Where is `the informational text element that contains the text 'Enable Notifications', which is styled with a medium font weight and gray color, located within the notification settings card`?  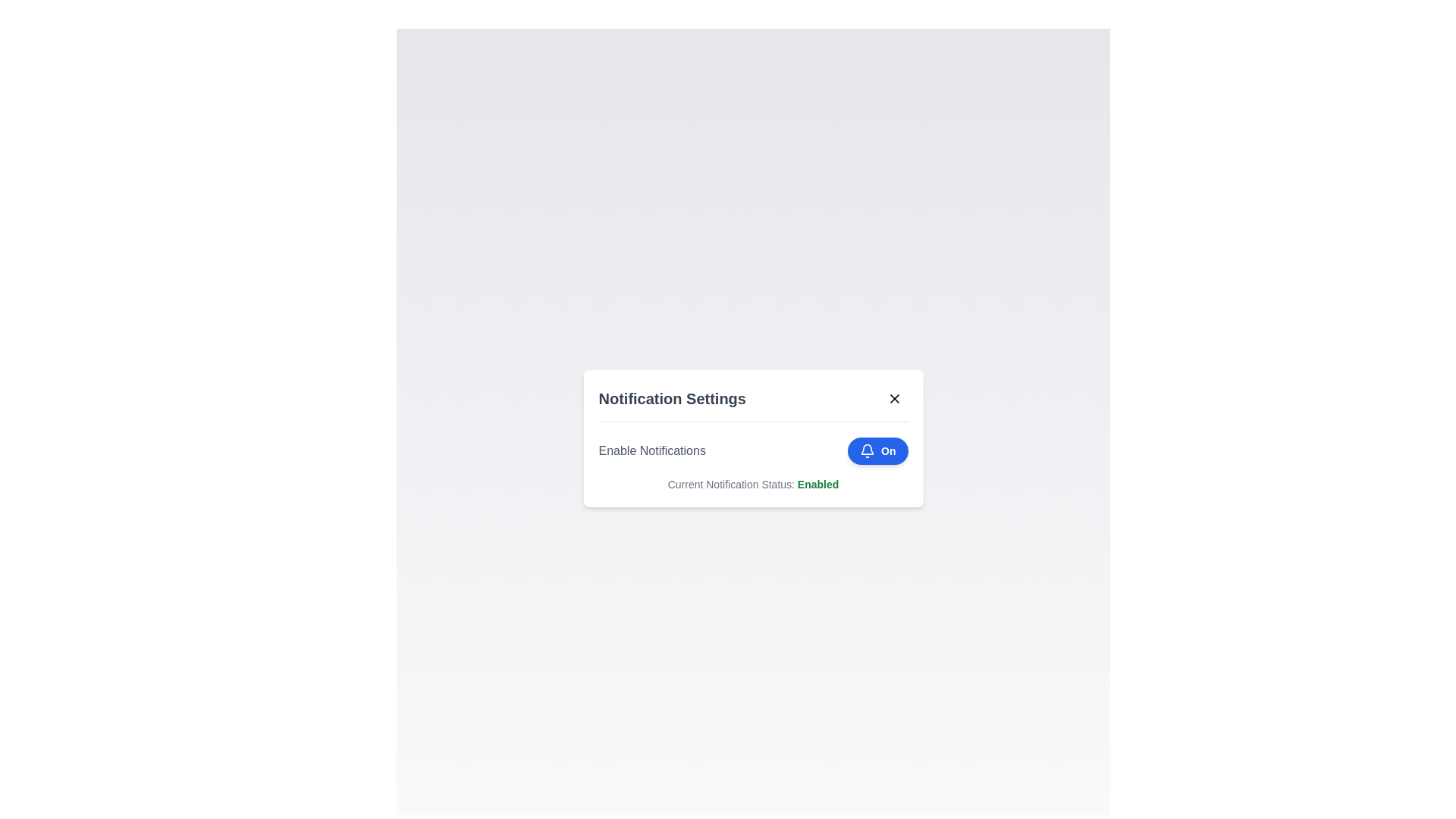 the informational text element that contains the text 'Enable Notifications', which is styled with a medium font weight and gray color, located within the notification settings card is located at coordinates (652, 450).